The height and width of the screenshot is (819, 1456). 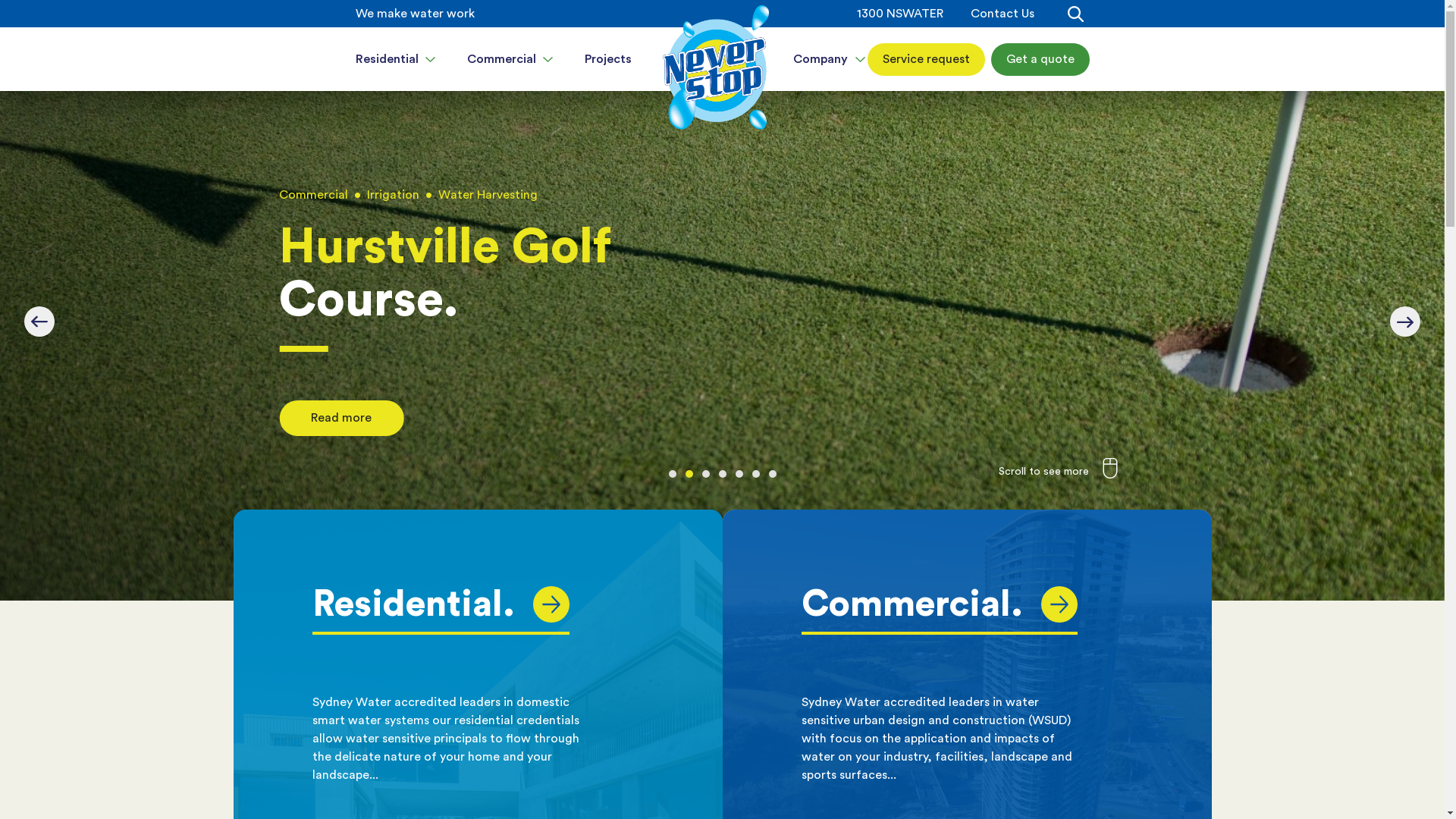 What do you see at coordinates (395, 58) in the screenshot?
I see `'Residential'` at bounding box center [395, 58].